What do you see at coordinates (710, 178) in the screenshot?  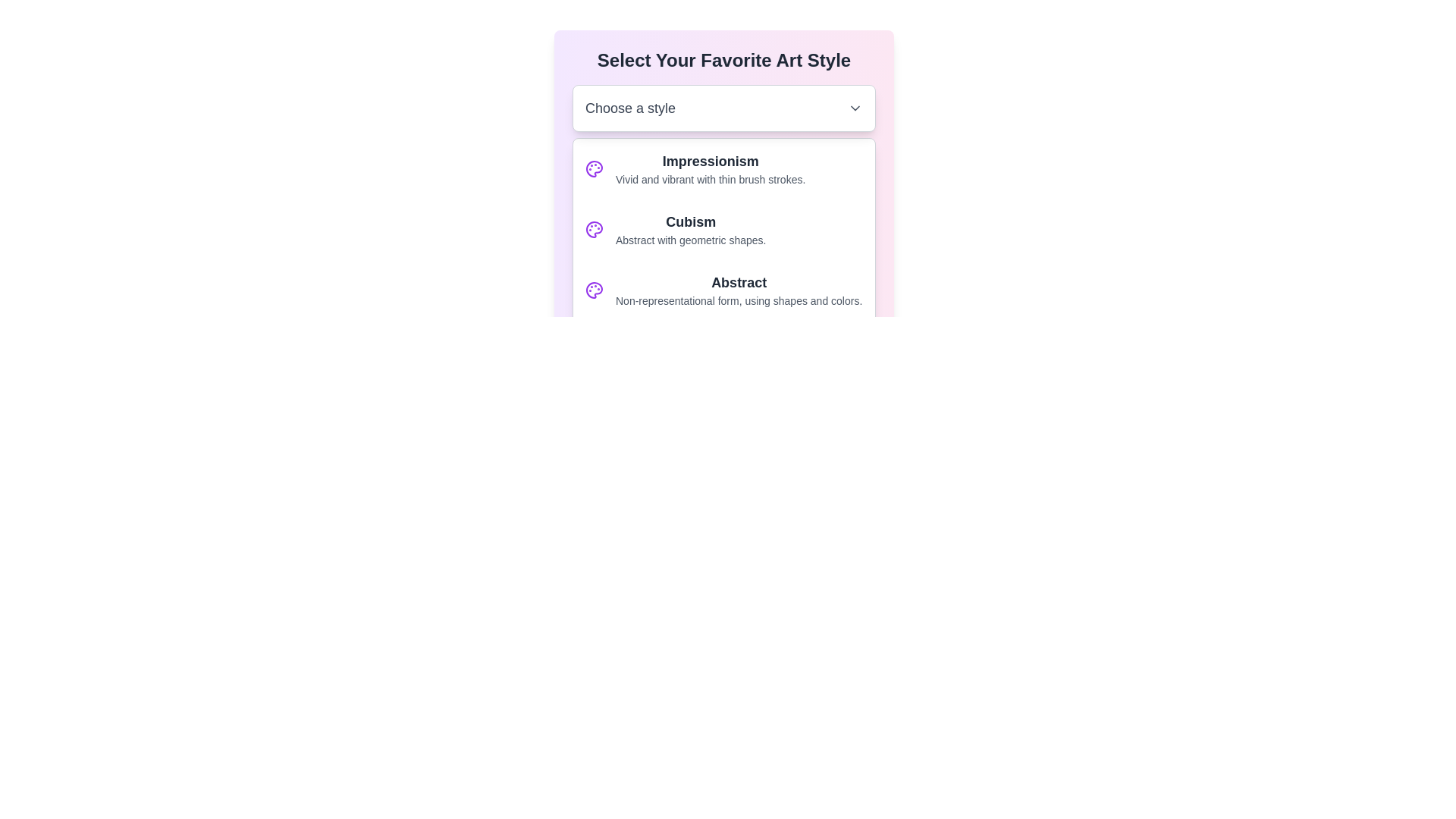 I see `the descriptive text label that provides additional context about the 'Impressionism' style, located directly below the 'Impressionism' title in the 'Select Your Favorite Art Style' dropdown` at bounding box center [710, 178].